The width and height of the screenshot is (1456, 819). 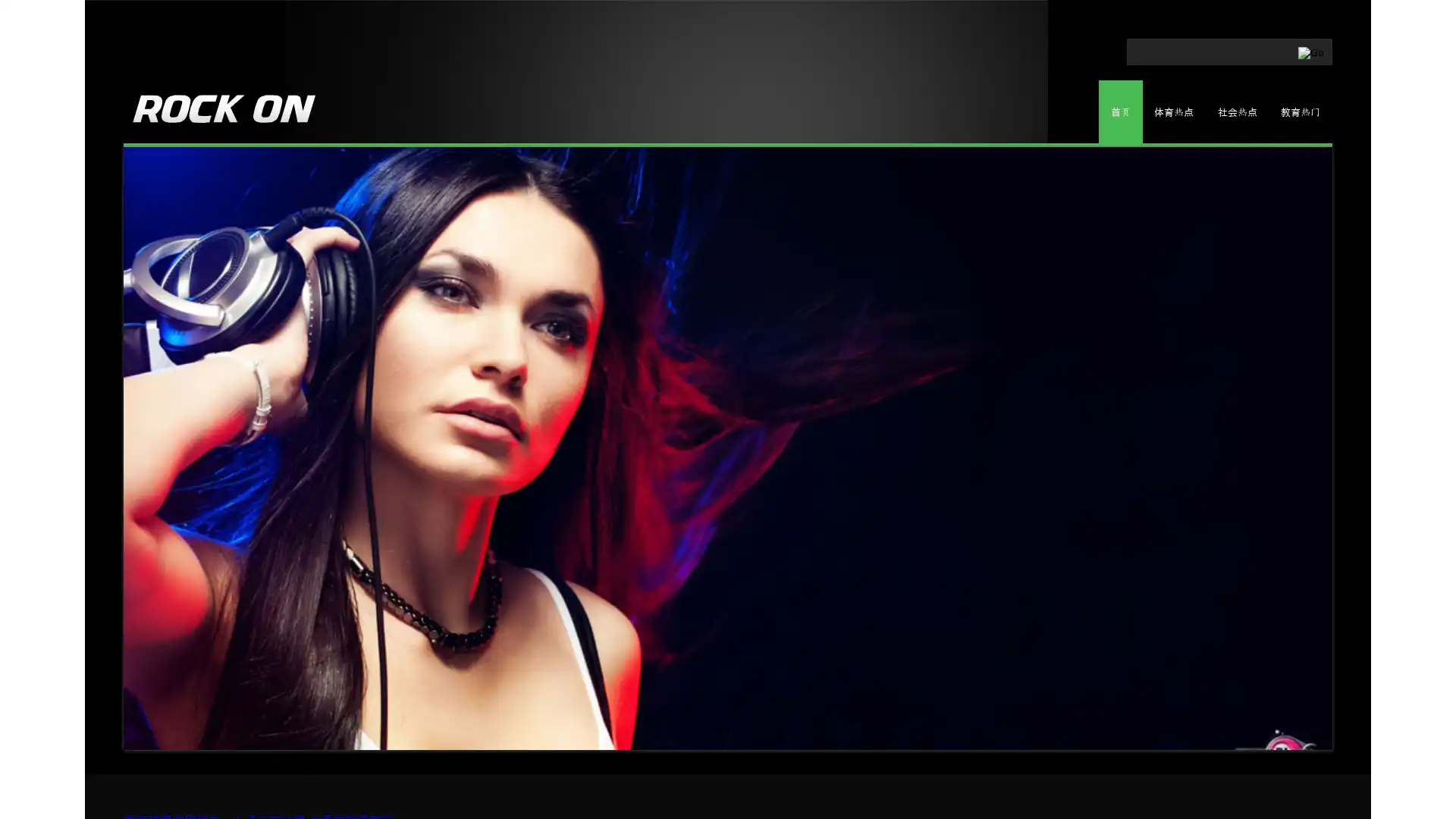 What do you see at coordinates (1253, 49) in the screenshot?
I see `Go` at bounding box center [1253, 49].